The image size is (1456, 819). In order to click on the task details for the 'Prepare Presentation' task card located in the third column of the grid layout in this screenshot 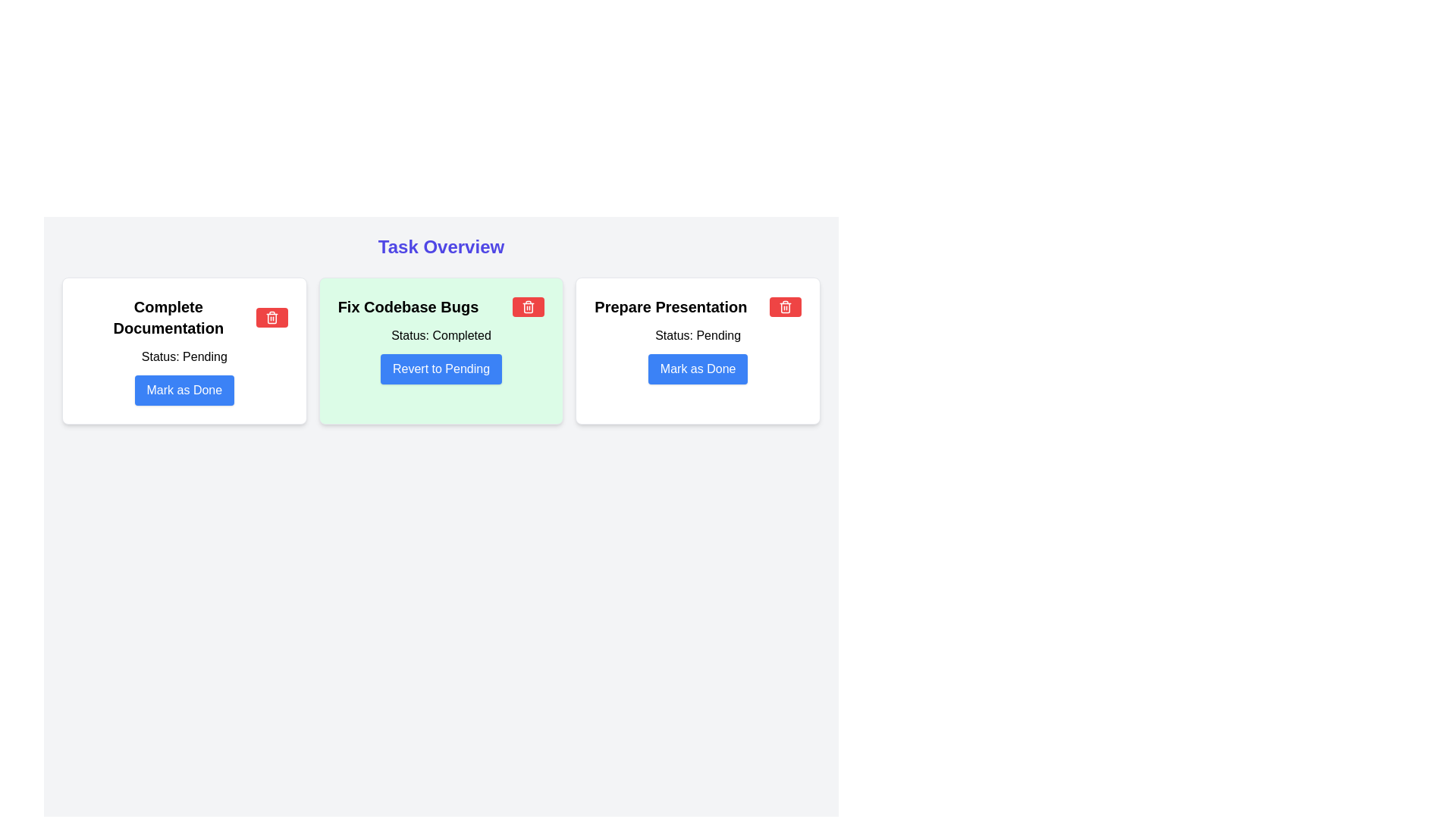, I will do `click(697, 350)`.